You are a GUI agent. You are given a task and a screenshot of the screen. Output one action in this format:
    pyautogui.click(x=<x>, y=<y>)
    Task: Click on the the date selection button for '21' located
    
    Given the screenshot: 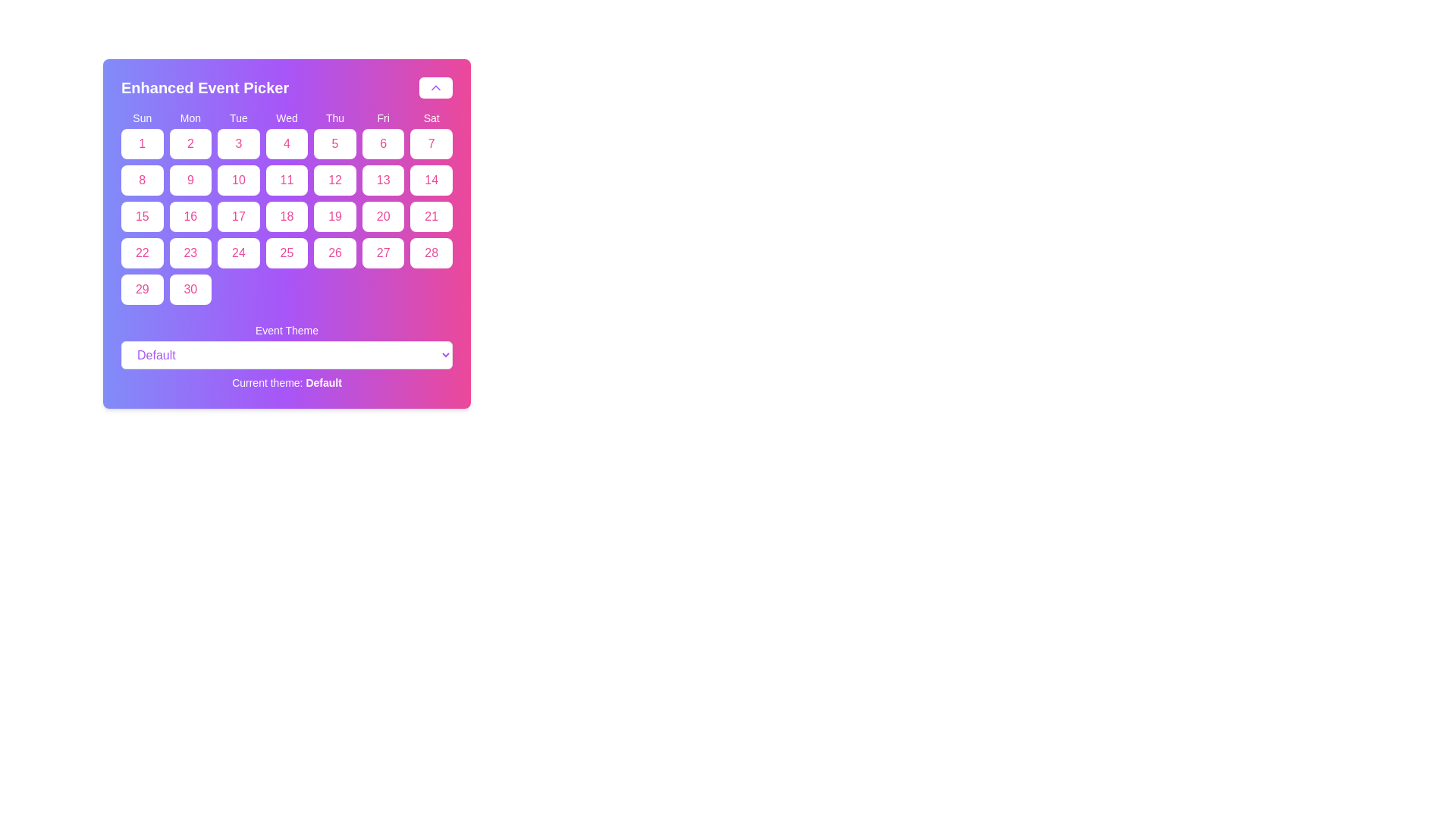 What is the action you would take?
    pyautogui.click(x=431, y=216)
    